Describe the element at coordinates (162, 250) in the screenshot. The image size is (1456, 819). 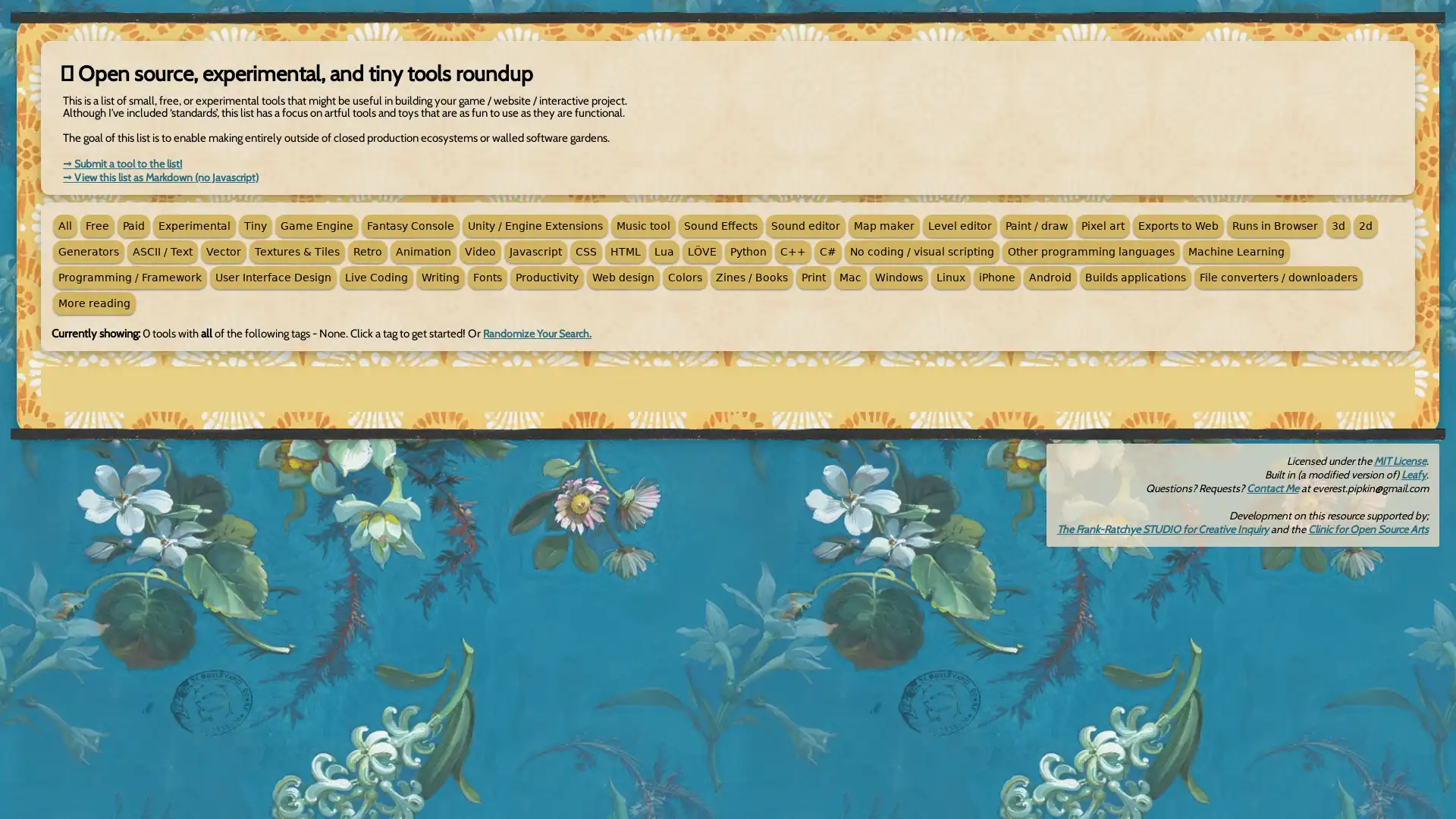
I see `ASCII / Text` at that location.